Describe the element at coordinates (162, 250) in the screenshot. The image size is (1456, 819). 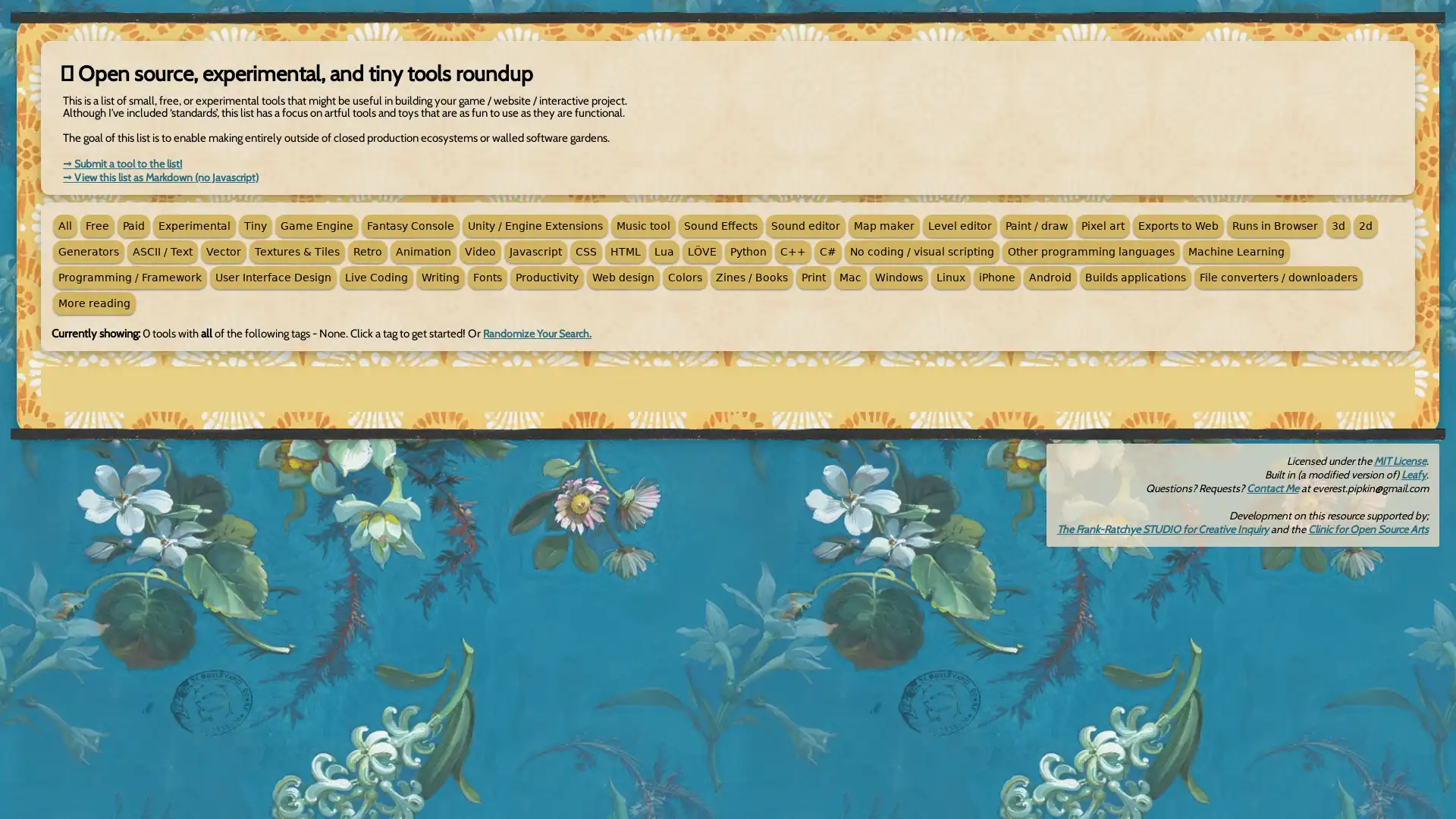
I see `ASCII / Text` at that location.